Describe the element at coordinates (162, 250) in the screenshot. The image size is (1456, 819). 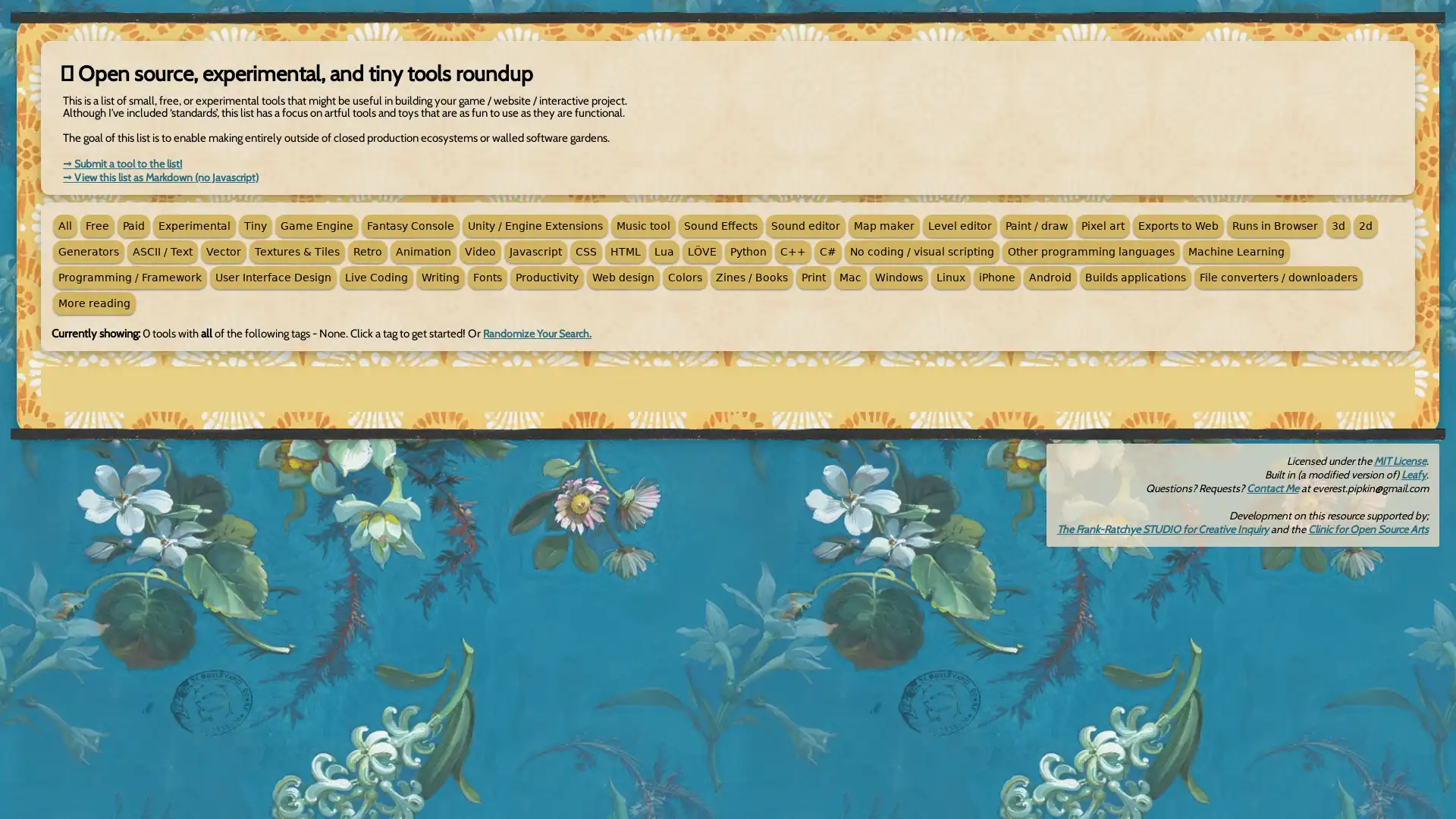
I see `ASCII / Text` at that location.